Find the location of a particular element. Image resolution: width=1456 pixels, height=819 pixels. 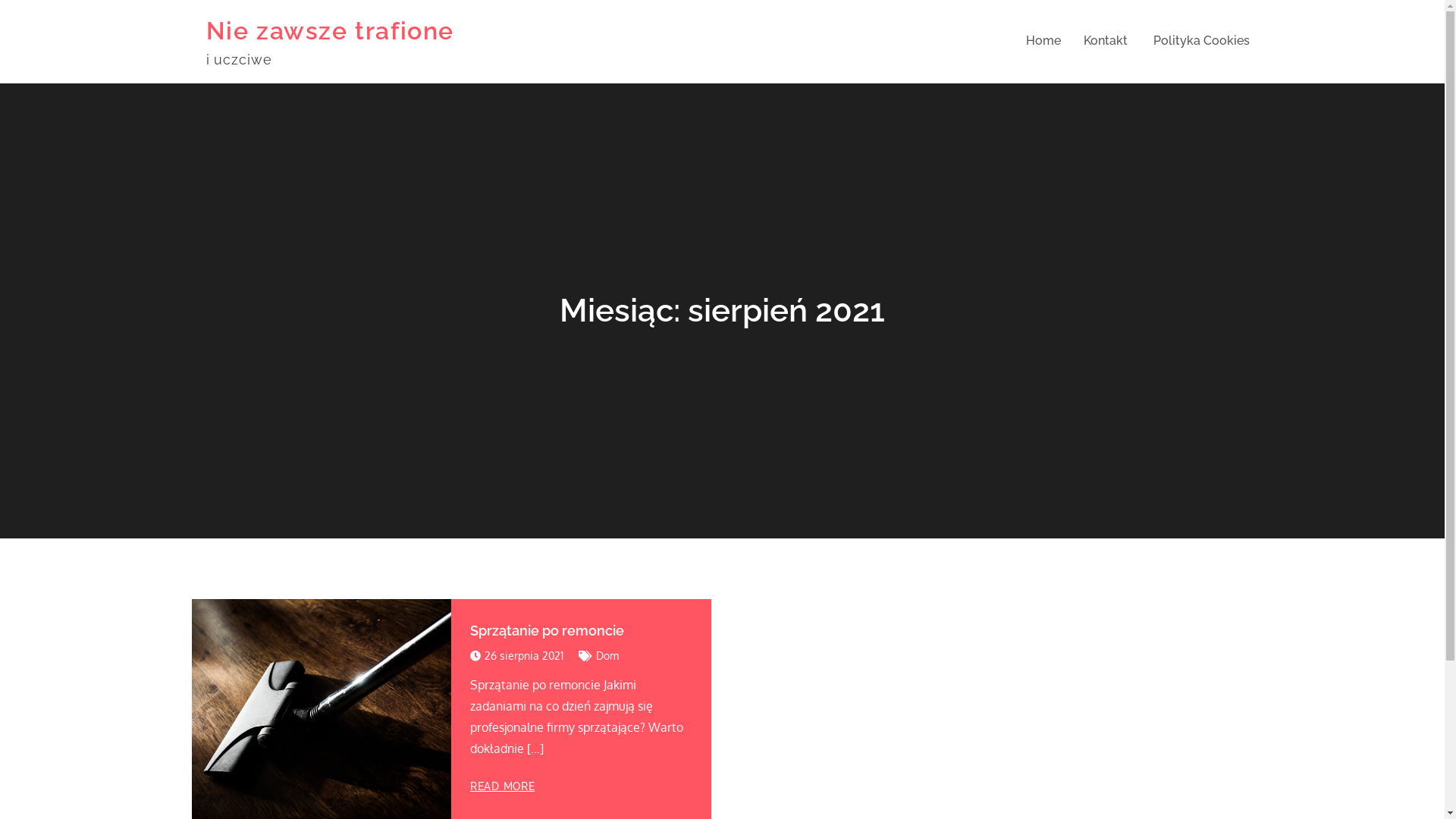

'26 sierpnia 2021' is located at coordinates (469, 654).